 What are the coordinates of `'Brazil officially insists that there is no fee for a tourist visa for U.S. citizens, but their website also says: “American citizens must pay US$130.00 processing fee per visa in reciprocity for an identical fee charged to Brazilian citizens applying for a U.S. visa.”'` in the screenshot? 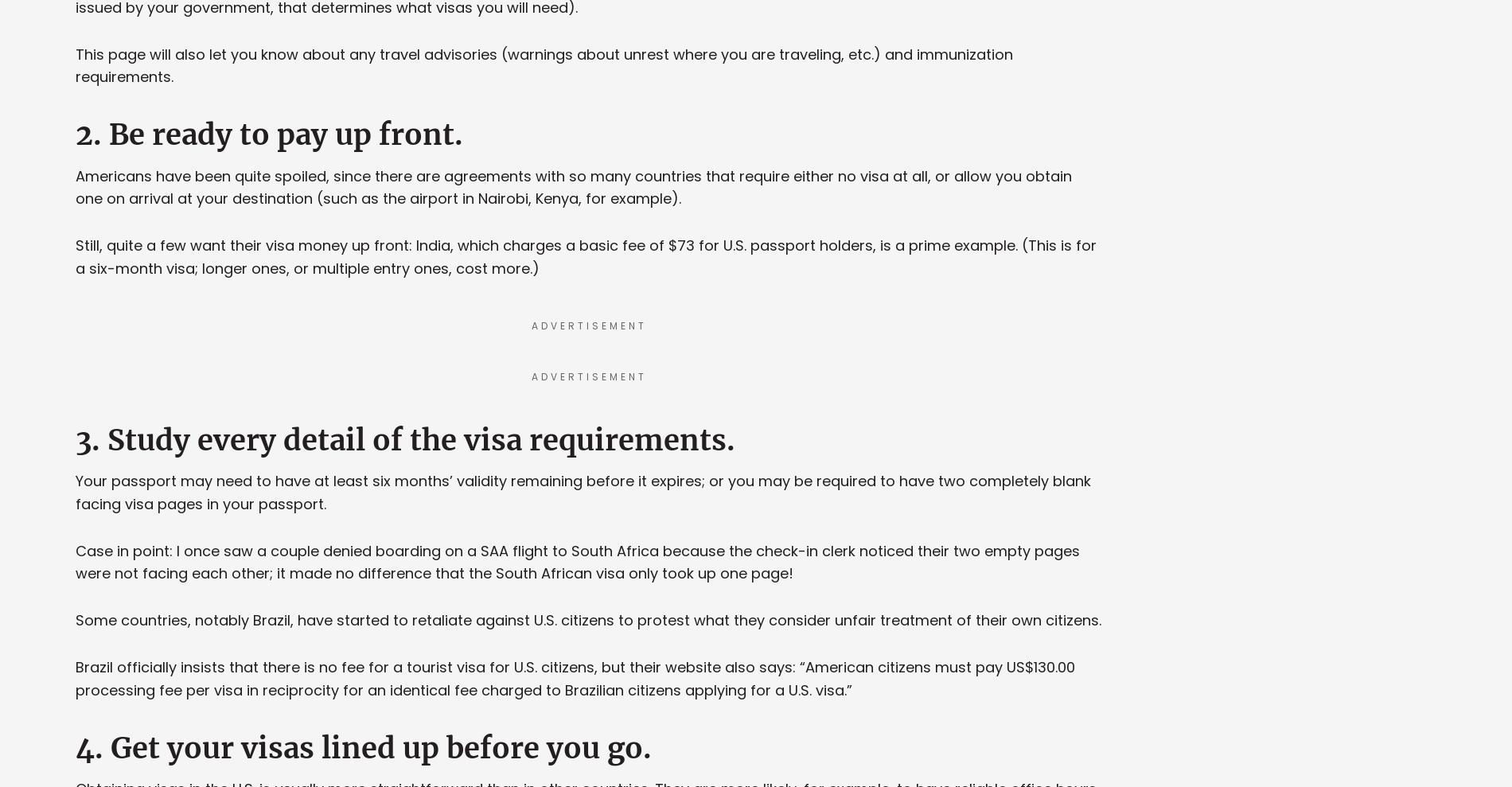 It's located at (574, 678).